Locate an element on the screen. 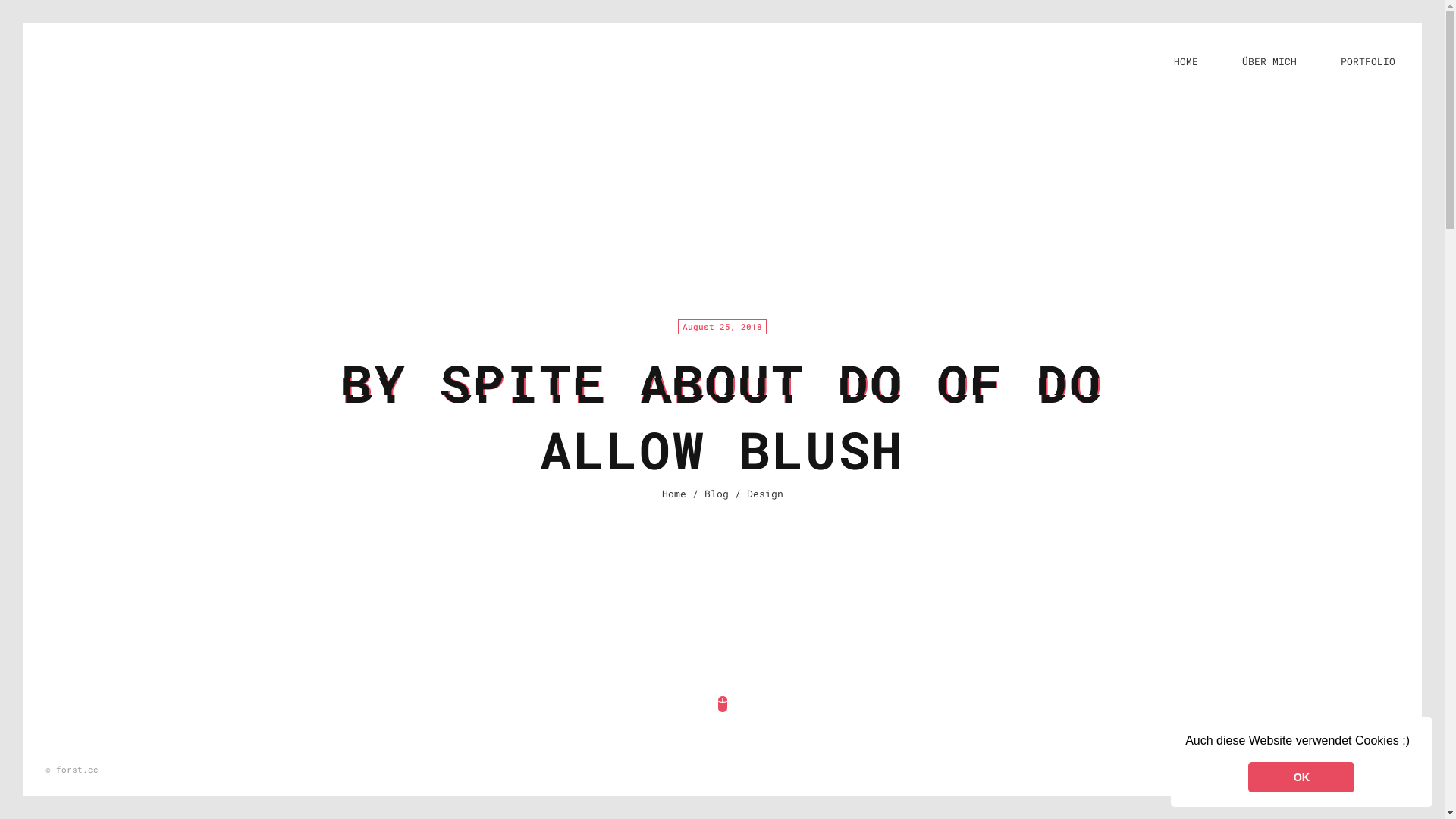  'OK' is located at coordinates (1301, 777).